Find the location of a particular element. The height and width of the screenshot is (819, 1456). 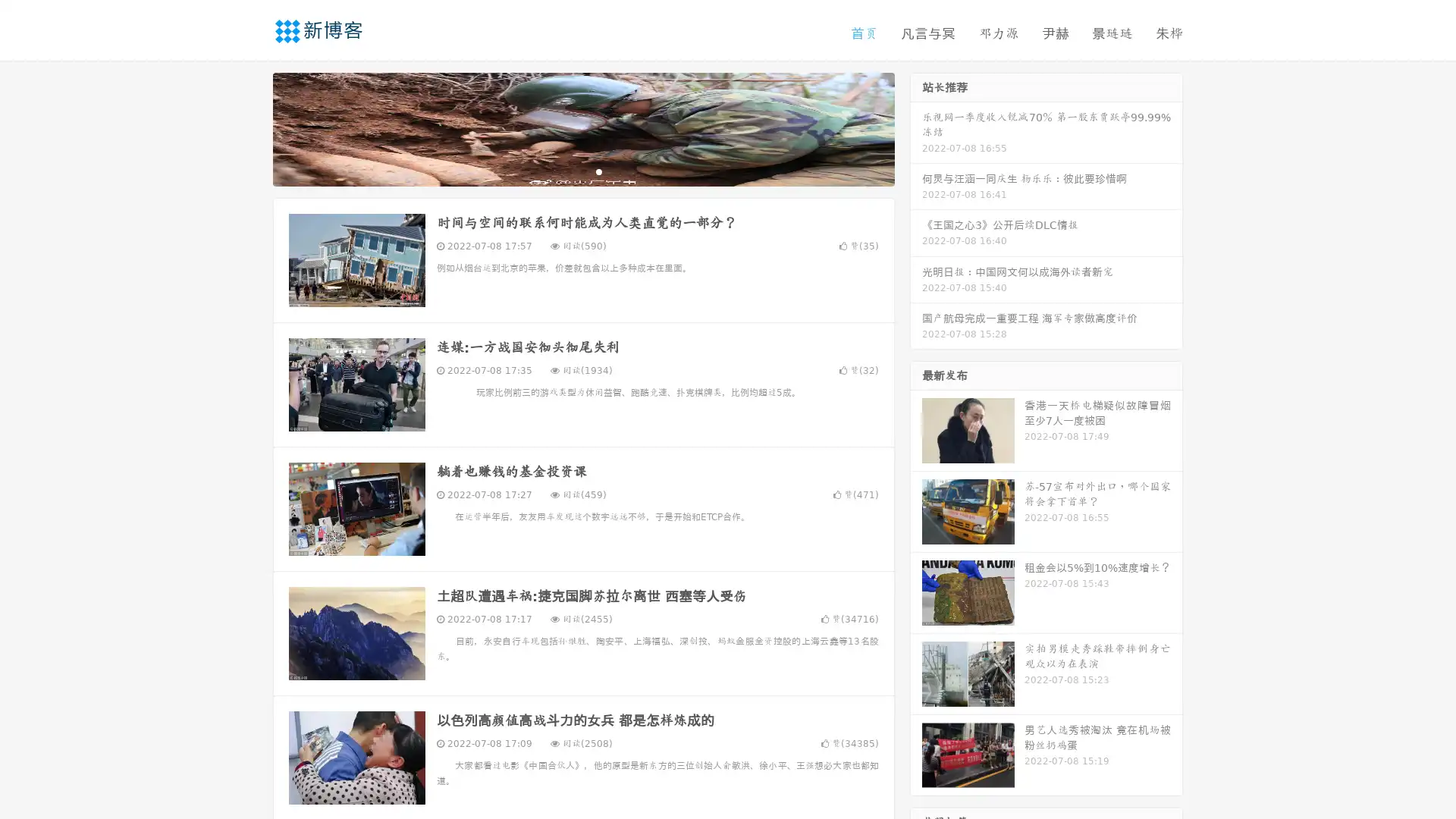

Go to slide 3 is located at coordinates (598, 171).